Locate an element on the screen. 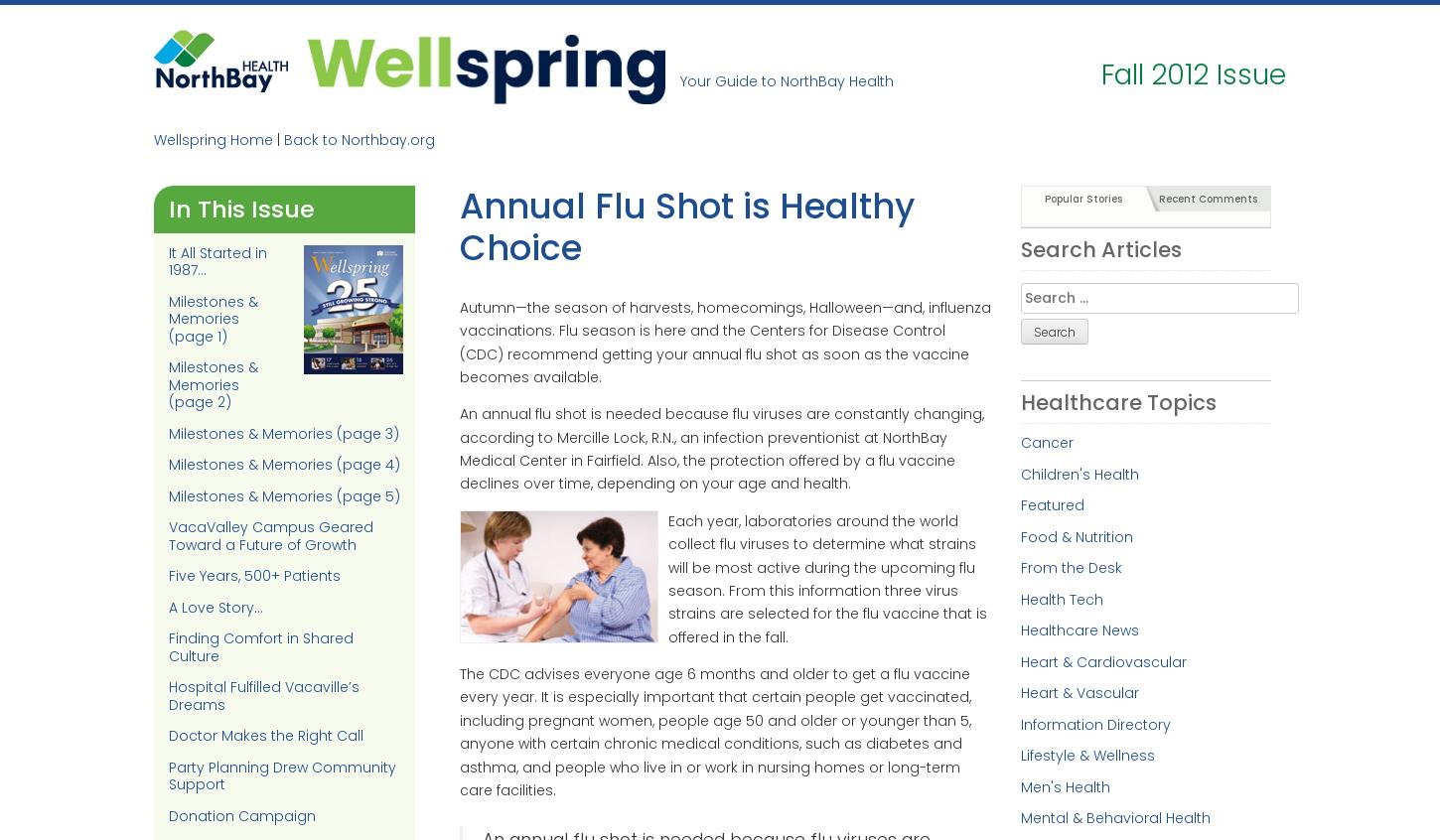 Image resolution: width=1440 pixels, height=840 pixels. 'Lifestyle & Wellness' is located at coordinates (1085, 754).